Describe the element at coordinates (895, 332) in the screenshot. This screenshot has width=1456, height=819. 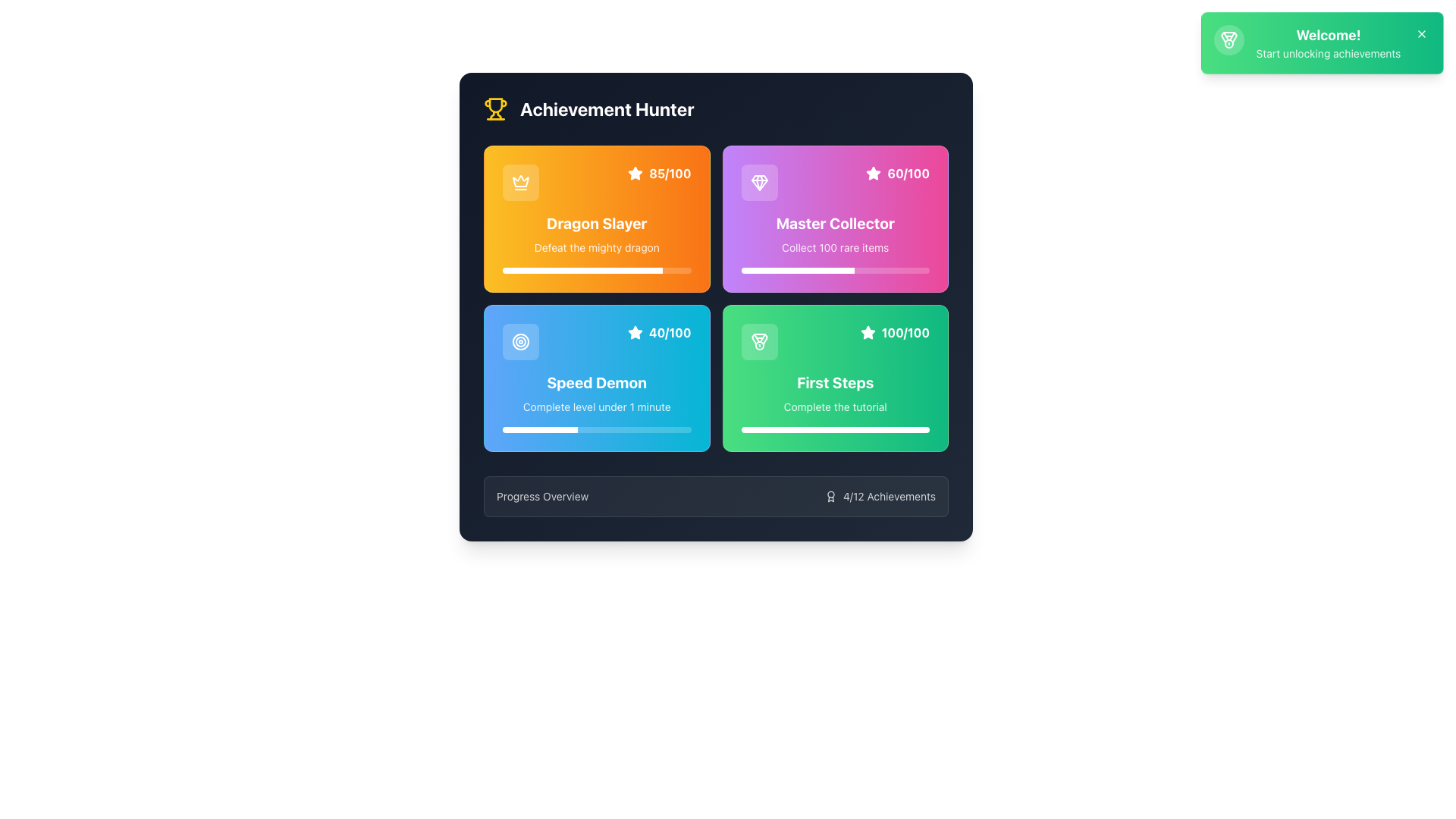
I see `the label displaying a white star icon followed by the bold text '100/100' located in the bottom-right of the 'First Steps' achievement card` at that location.